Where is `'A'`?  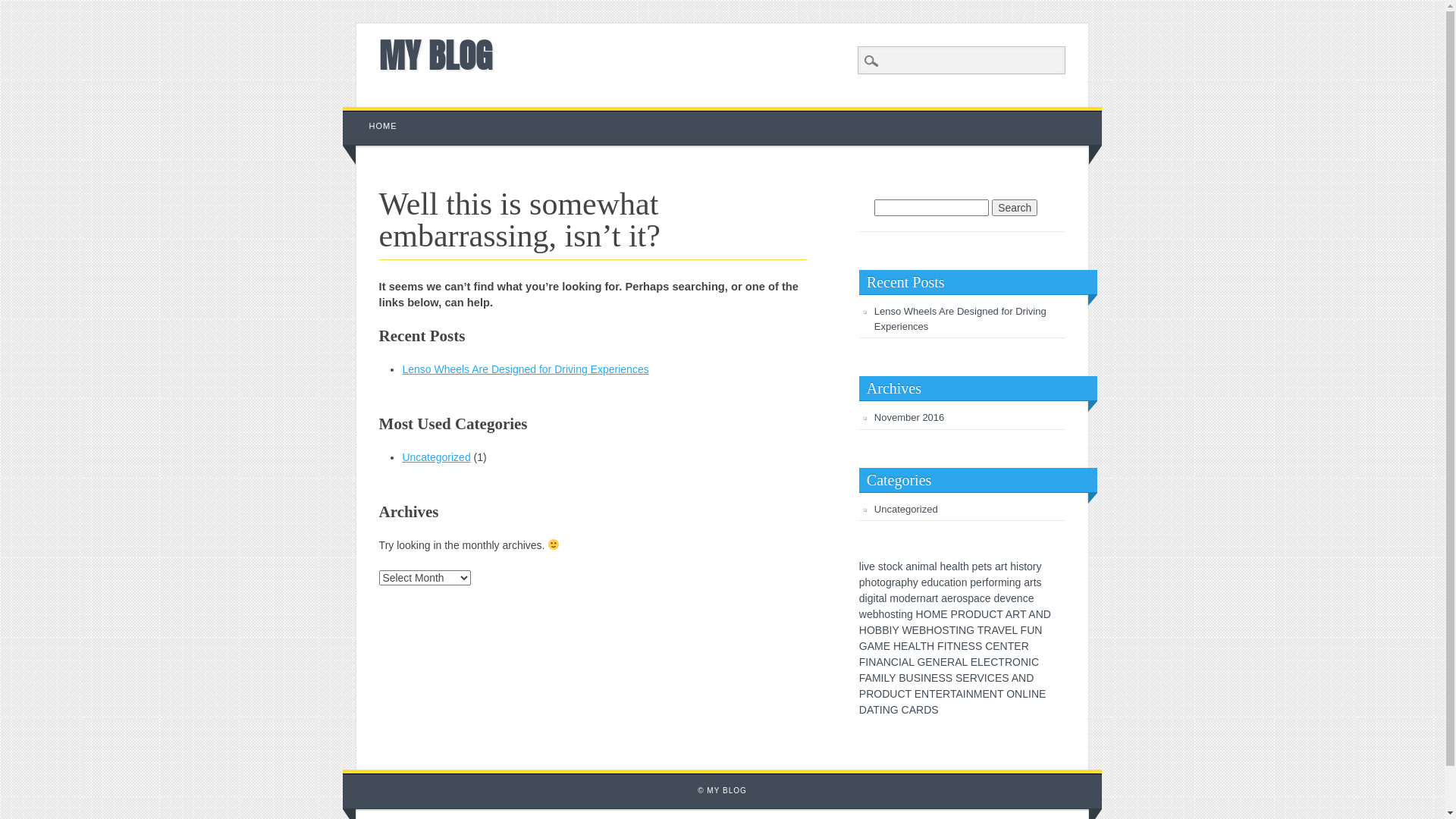 'A' is located at coordinates (1031, 614).